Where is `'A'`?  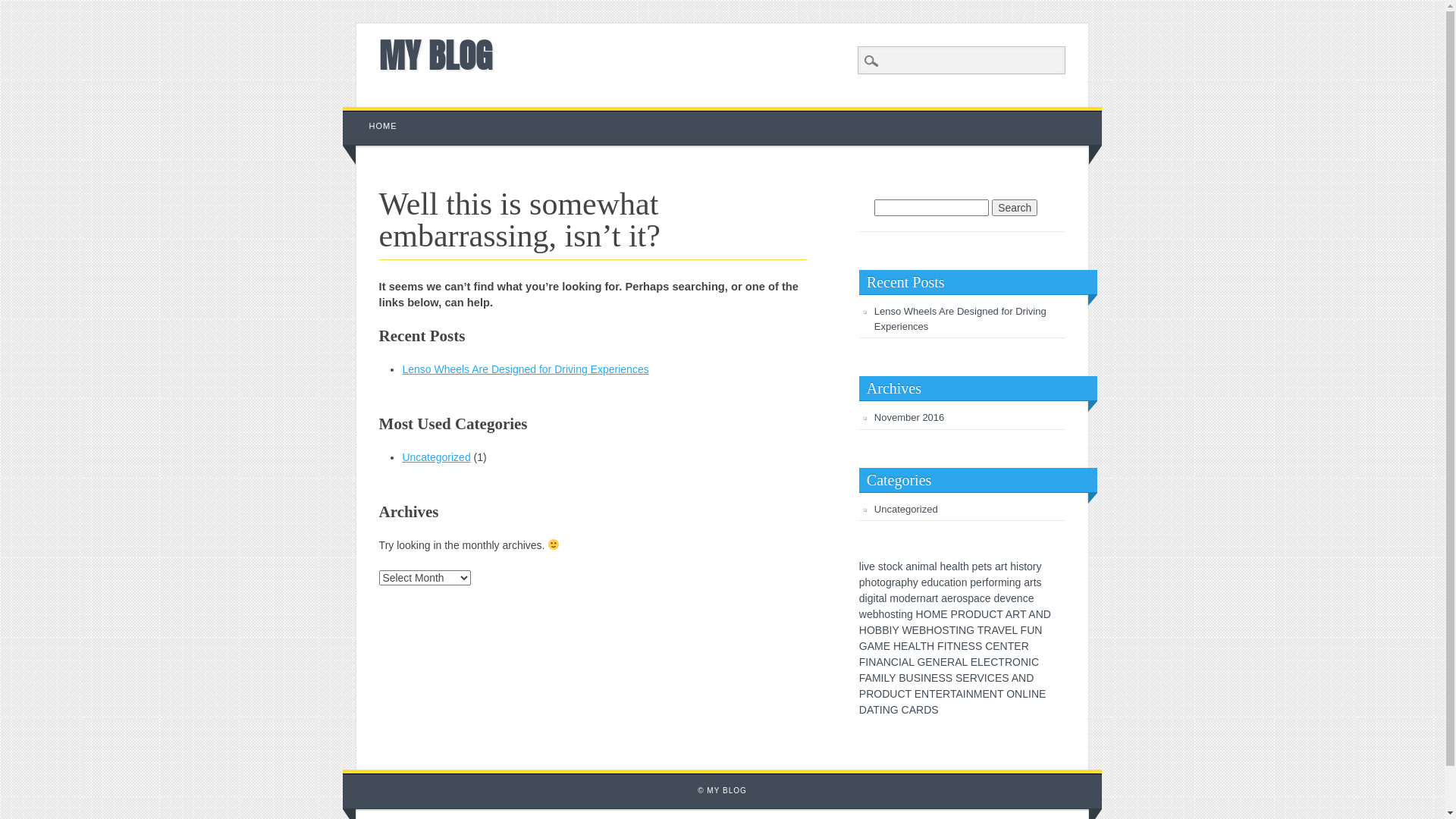 'A' is located at coordinates (1031, 614).